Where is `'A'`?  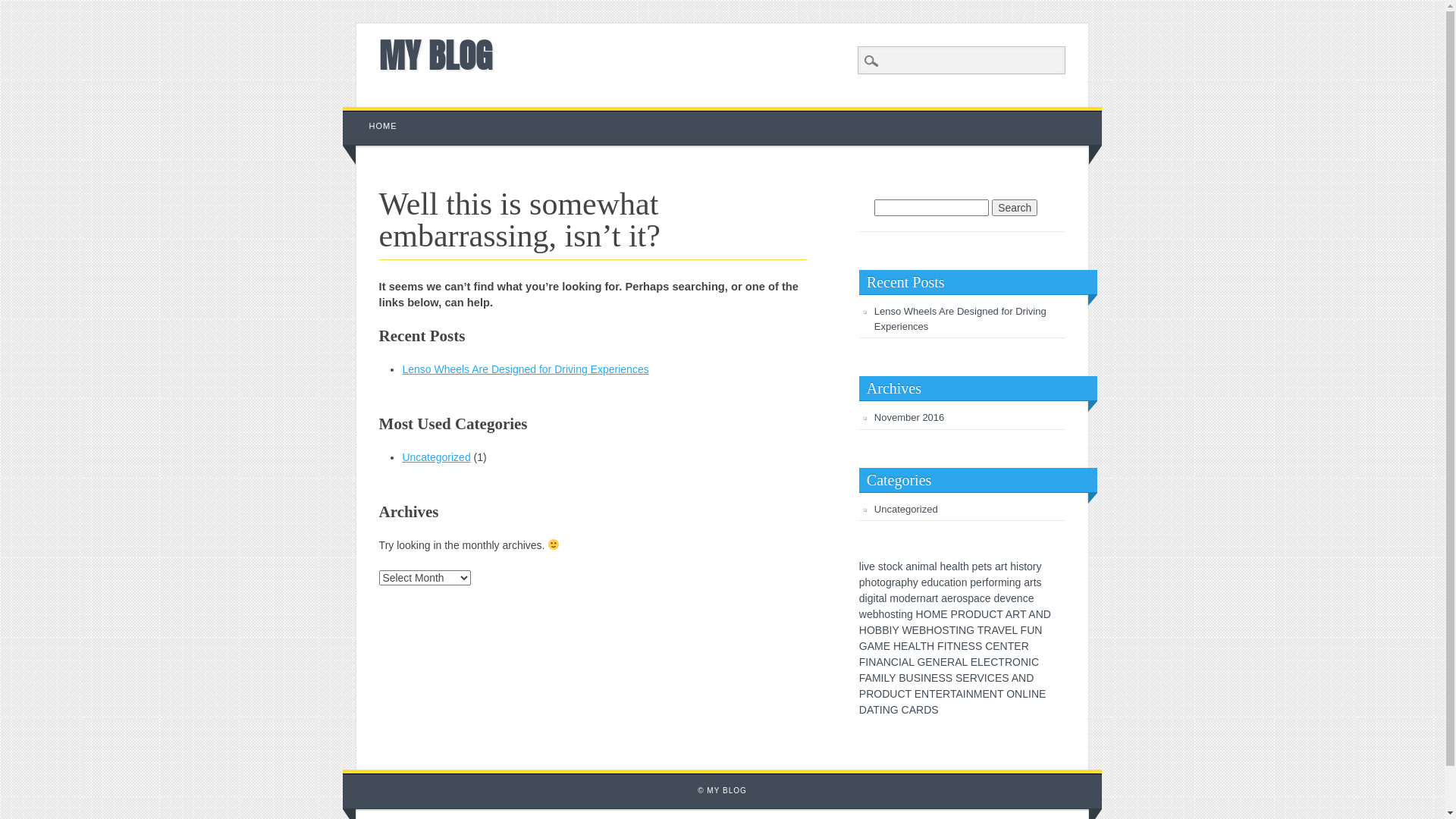 'A' is located at coordinates (1031, 614).